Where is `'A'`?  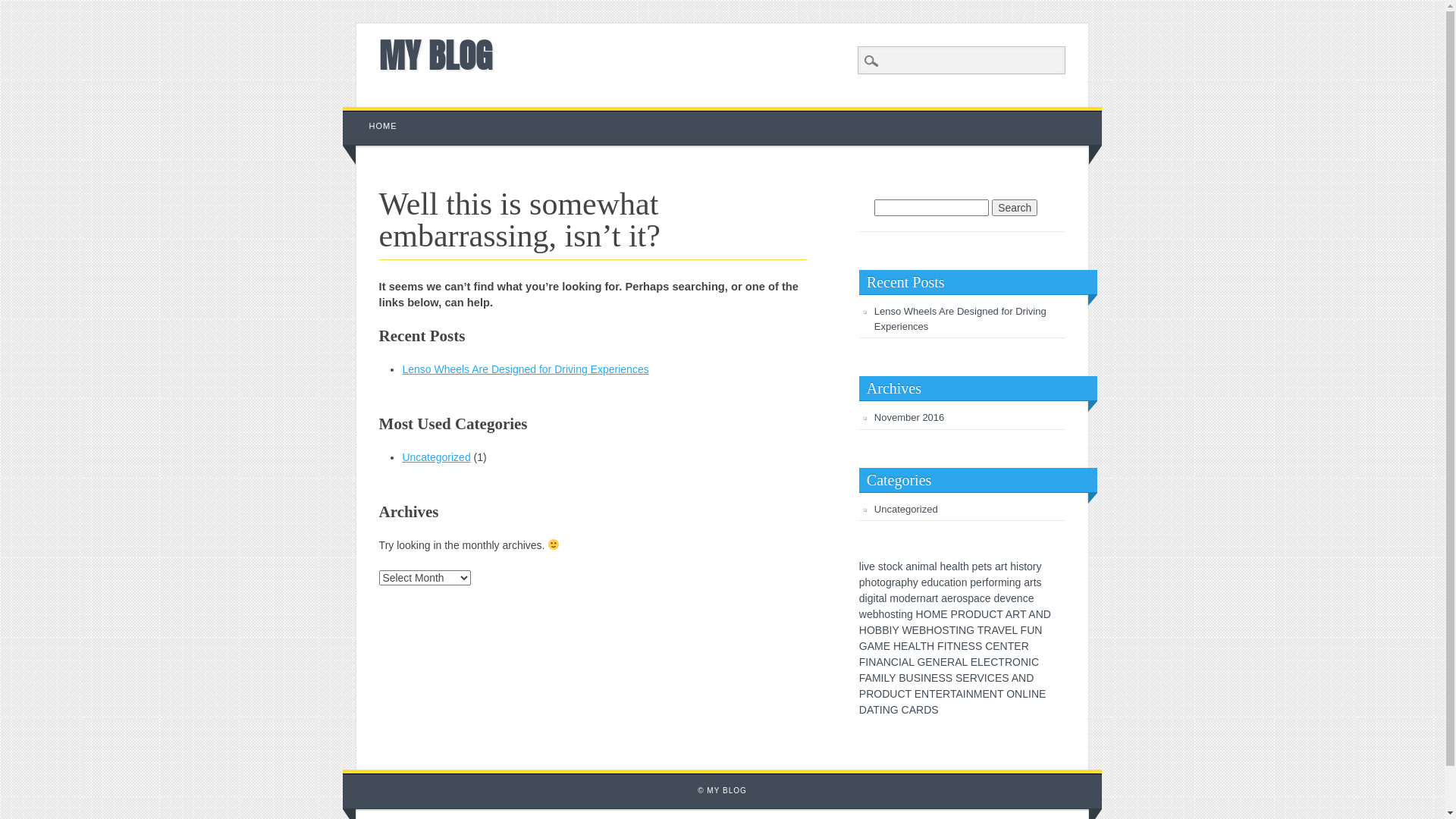 'A' is located at coordinates (1031, 614).